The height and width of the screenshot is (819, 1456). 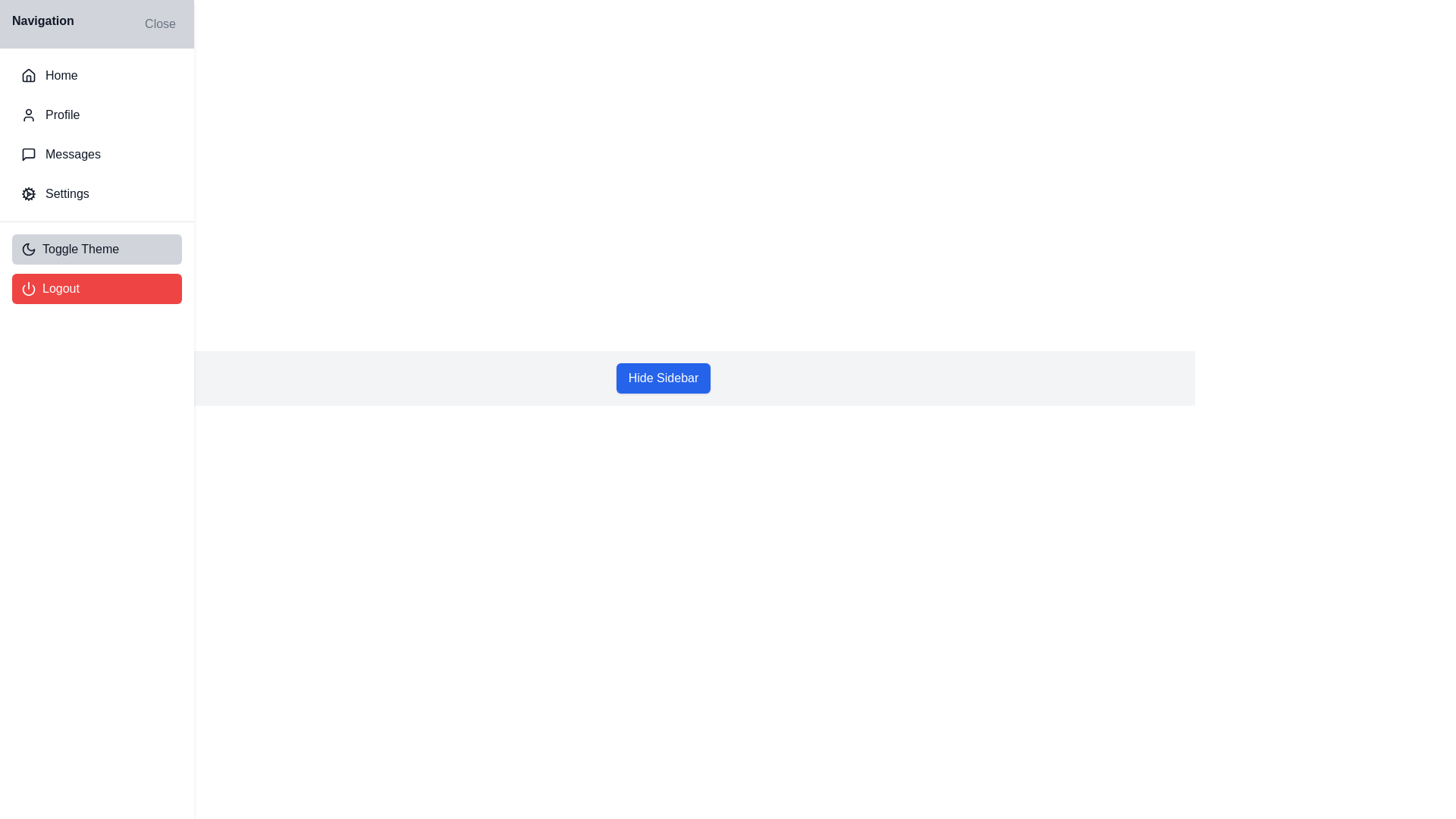 What do you see at coordinates (29, 155) in the screenshot?
I see `the 'Messages' icon in the navigation menu, which is positioned to the left of the text 'Messages'` at bounding box center [29, 155].